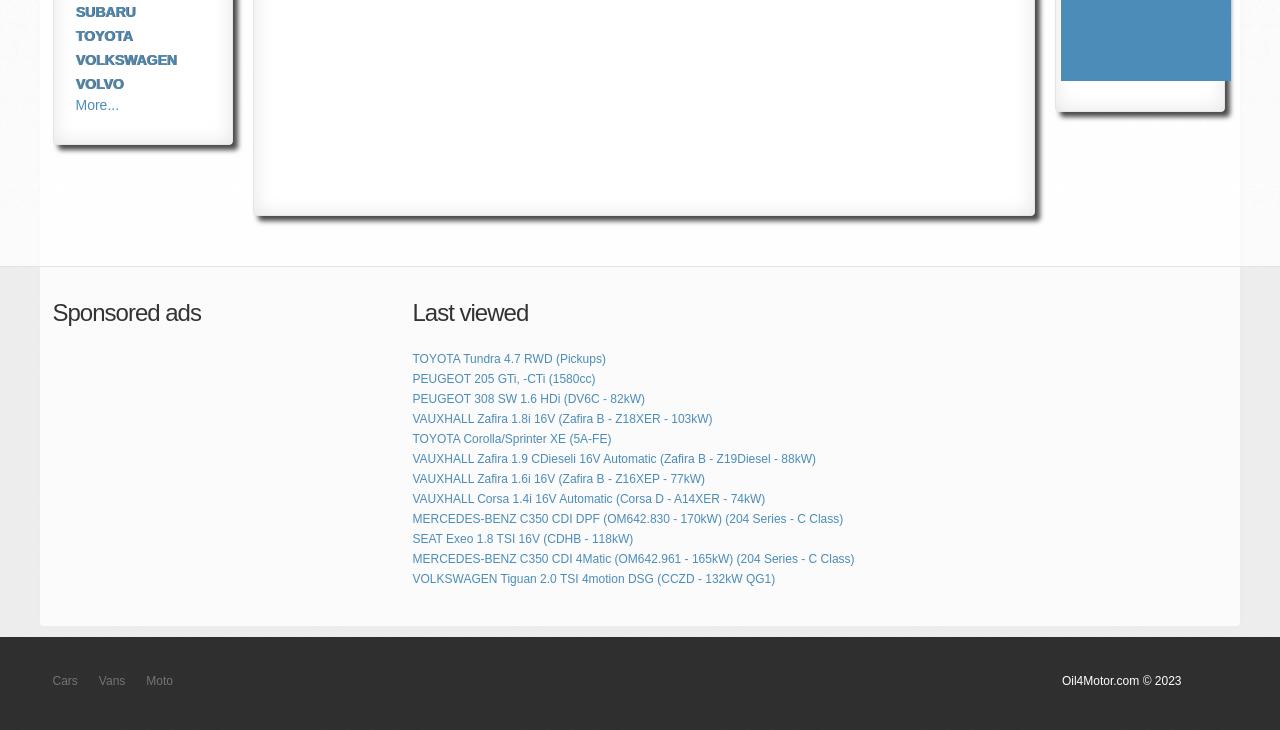  What do you see at coordinates (411, 538) in the screenshot?
I see `'SEAT Exeo 1.8 TSI 16V (CDHB - 118kW)'` at bounding box center [411, 538].